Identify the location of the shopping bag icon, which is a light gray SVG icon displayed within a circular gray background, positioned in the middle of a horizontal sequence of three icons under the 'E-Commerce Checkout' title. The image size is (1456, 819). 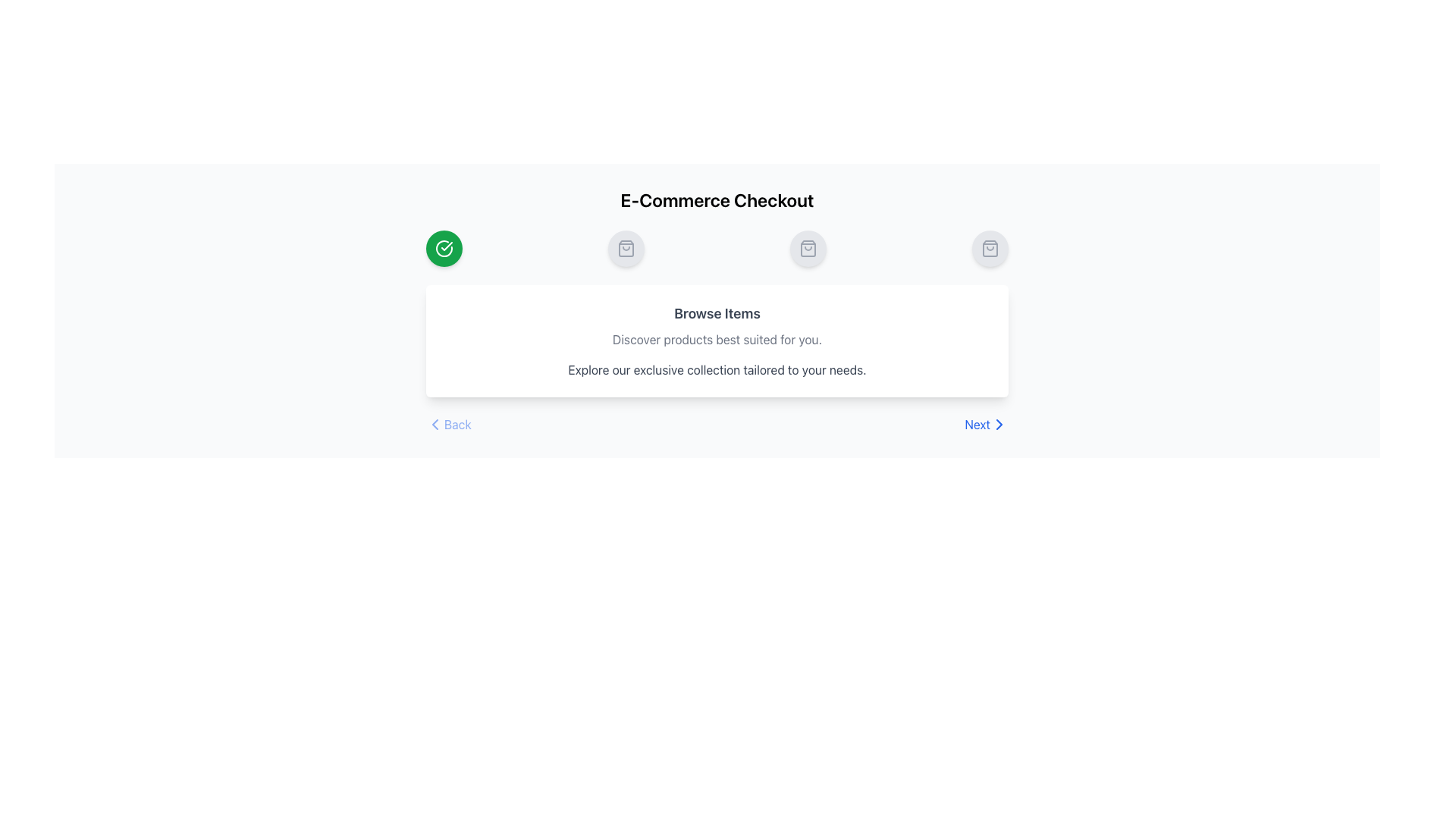
(626, 247).